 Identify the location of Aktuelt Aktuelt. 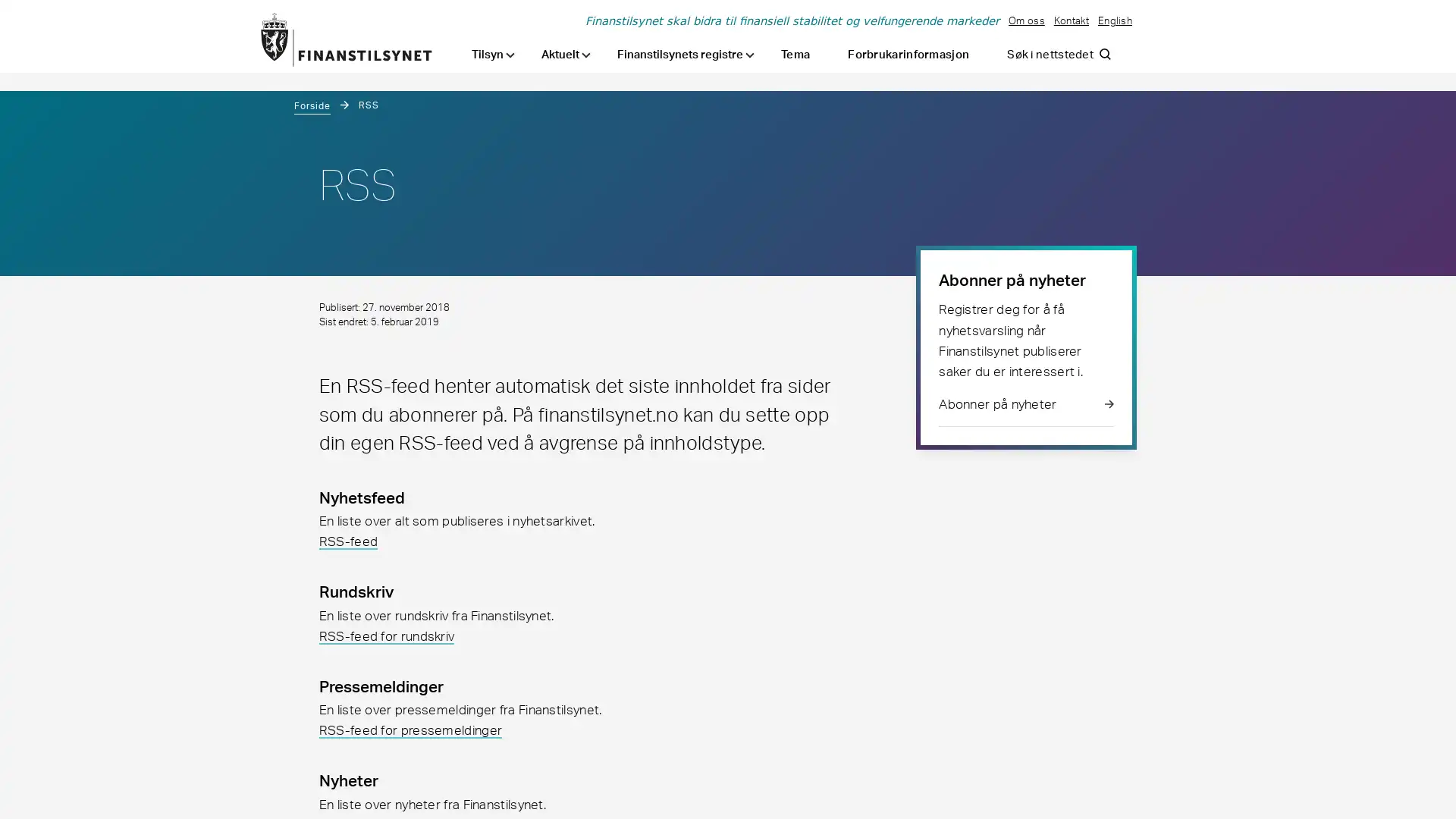
(565, 54).